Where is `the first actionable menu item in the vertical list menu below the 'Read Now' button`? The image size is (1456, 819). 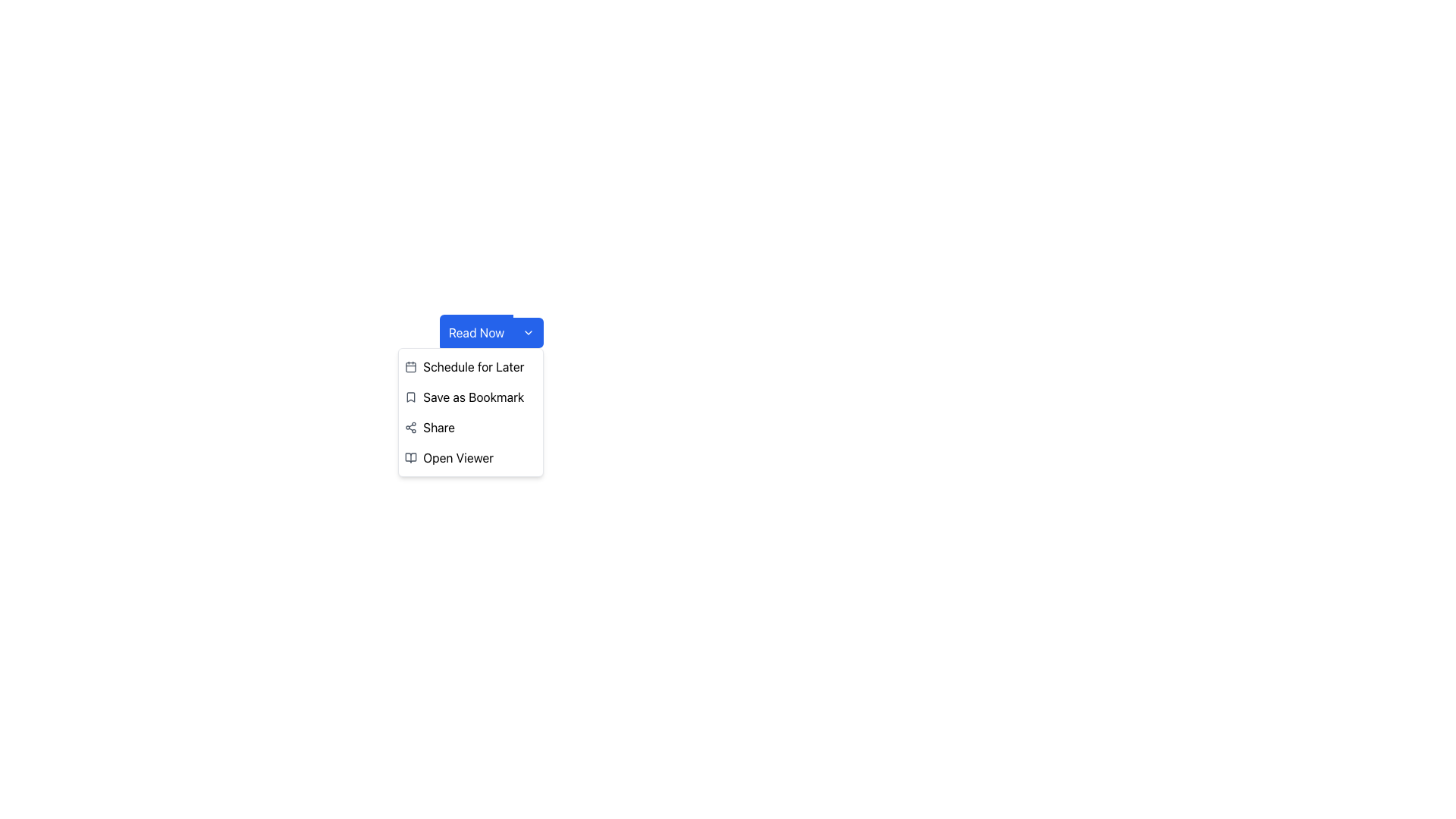
the first actionable menu item in the vertical list menu below the 'Read Now' button is located at coordinates (470, 366).